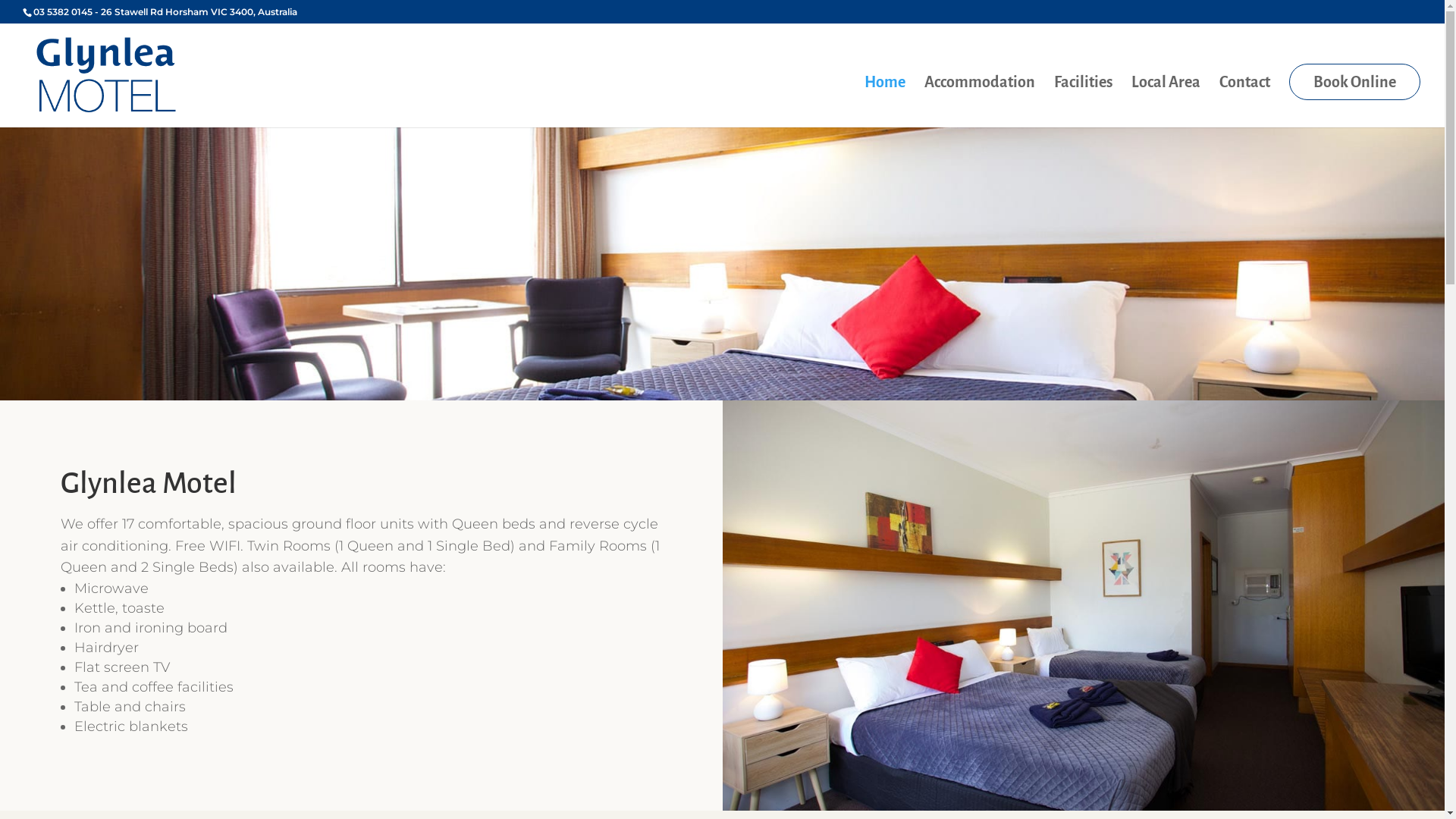  What do you see at coordinates (61, 11) in the screenshot?
I see `'03 5382 0145'` at bounding box center [61, 11].